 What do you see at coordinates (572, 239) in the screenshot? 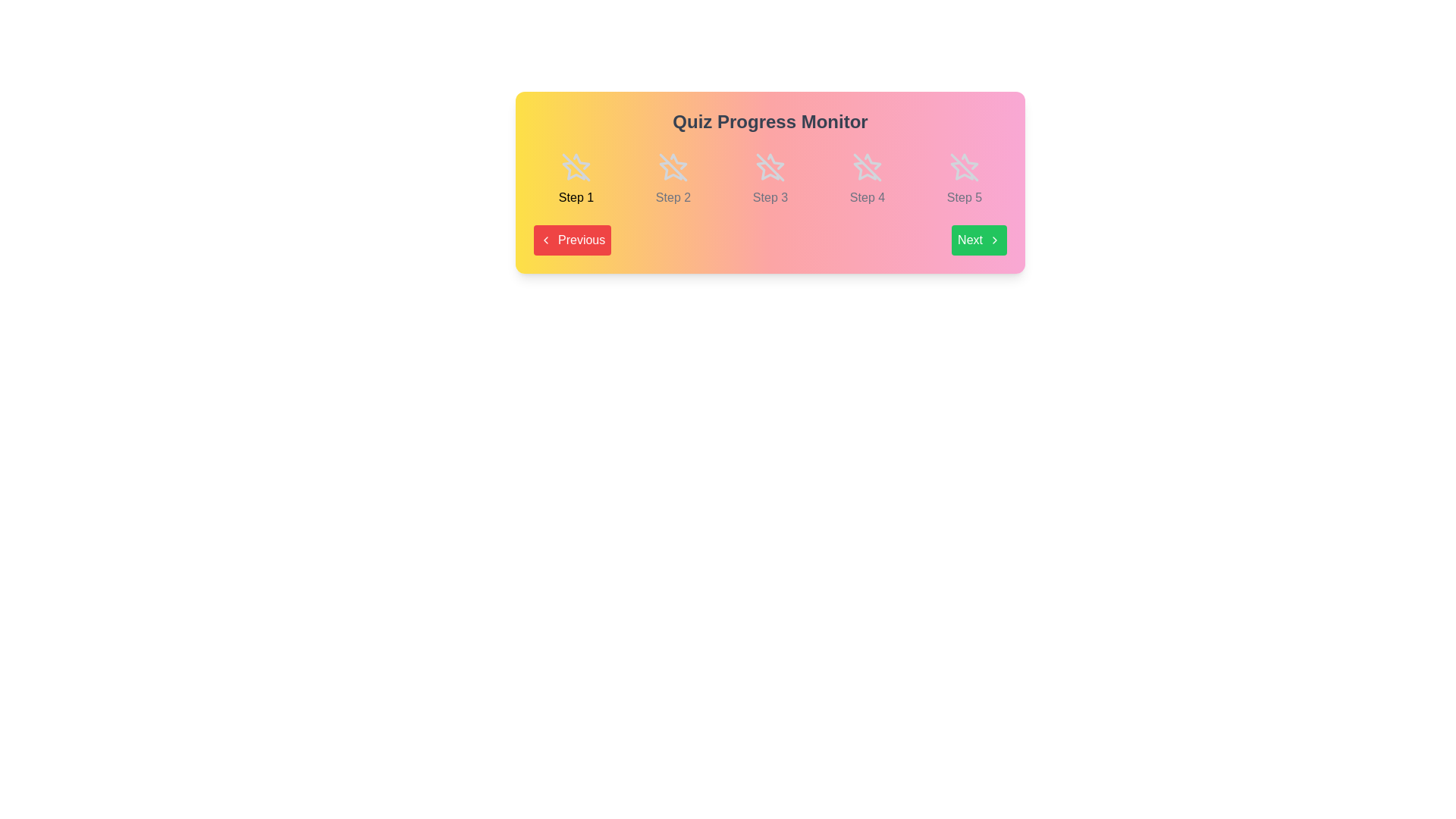
I see `the red 'Previous' button with white text and a left-facing chevron icon` at bounding box center [572, 239].